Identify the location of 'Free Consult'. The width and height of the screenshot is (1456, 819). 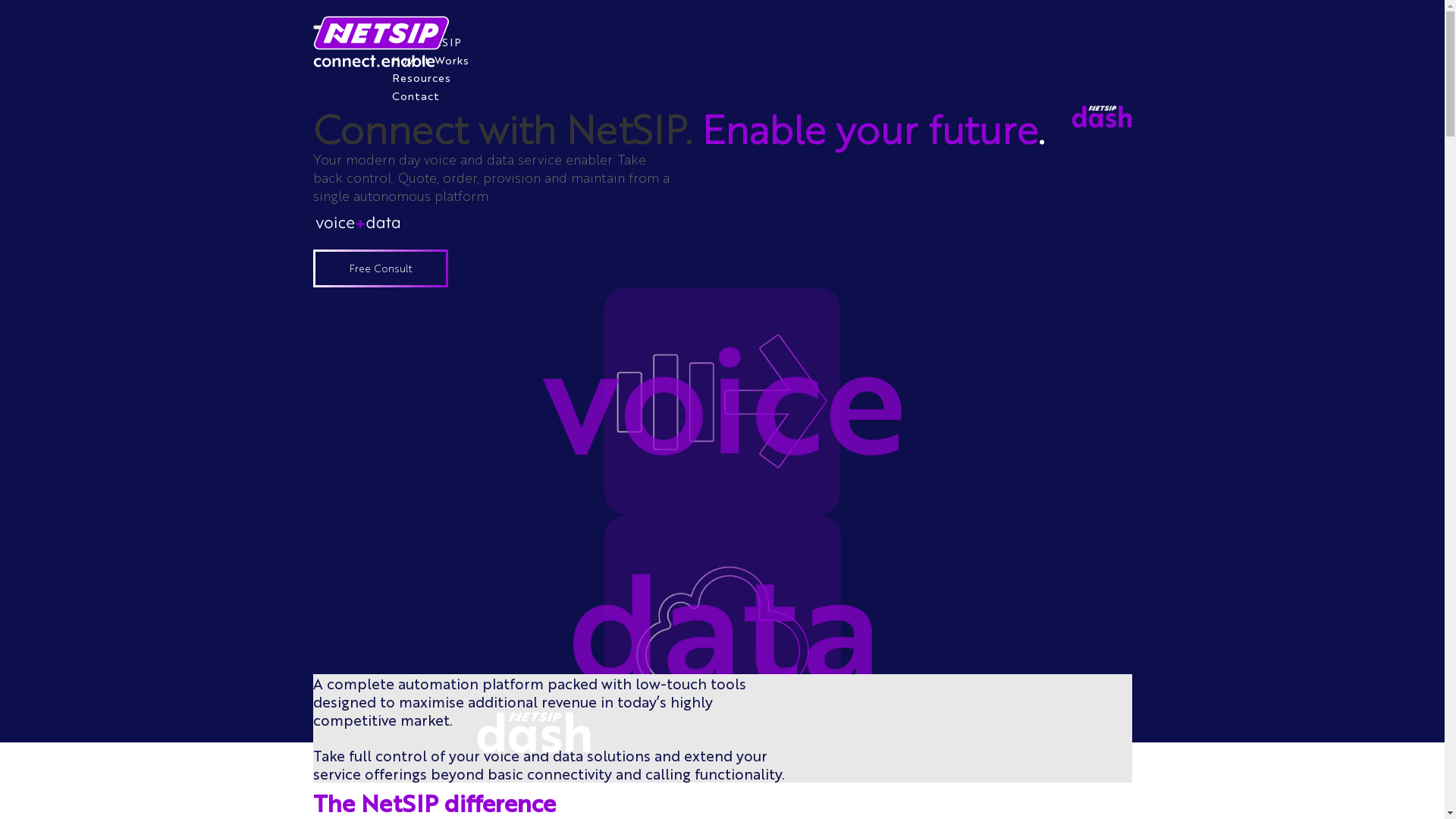
(379, 268).